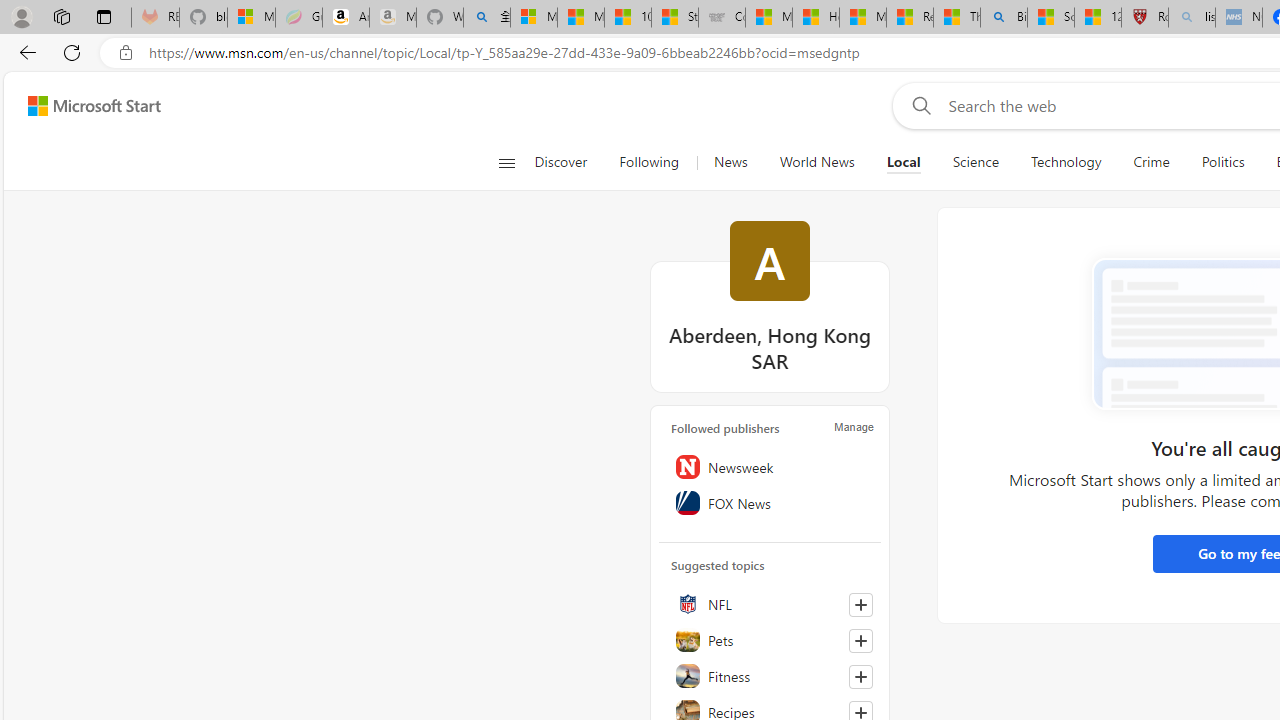 This screenshot has height=720, width=1280. I want to click on 'Pets', so click(769, 639).